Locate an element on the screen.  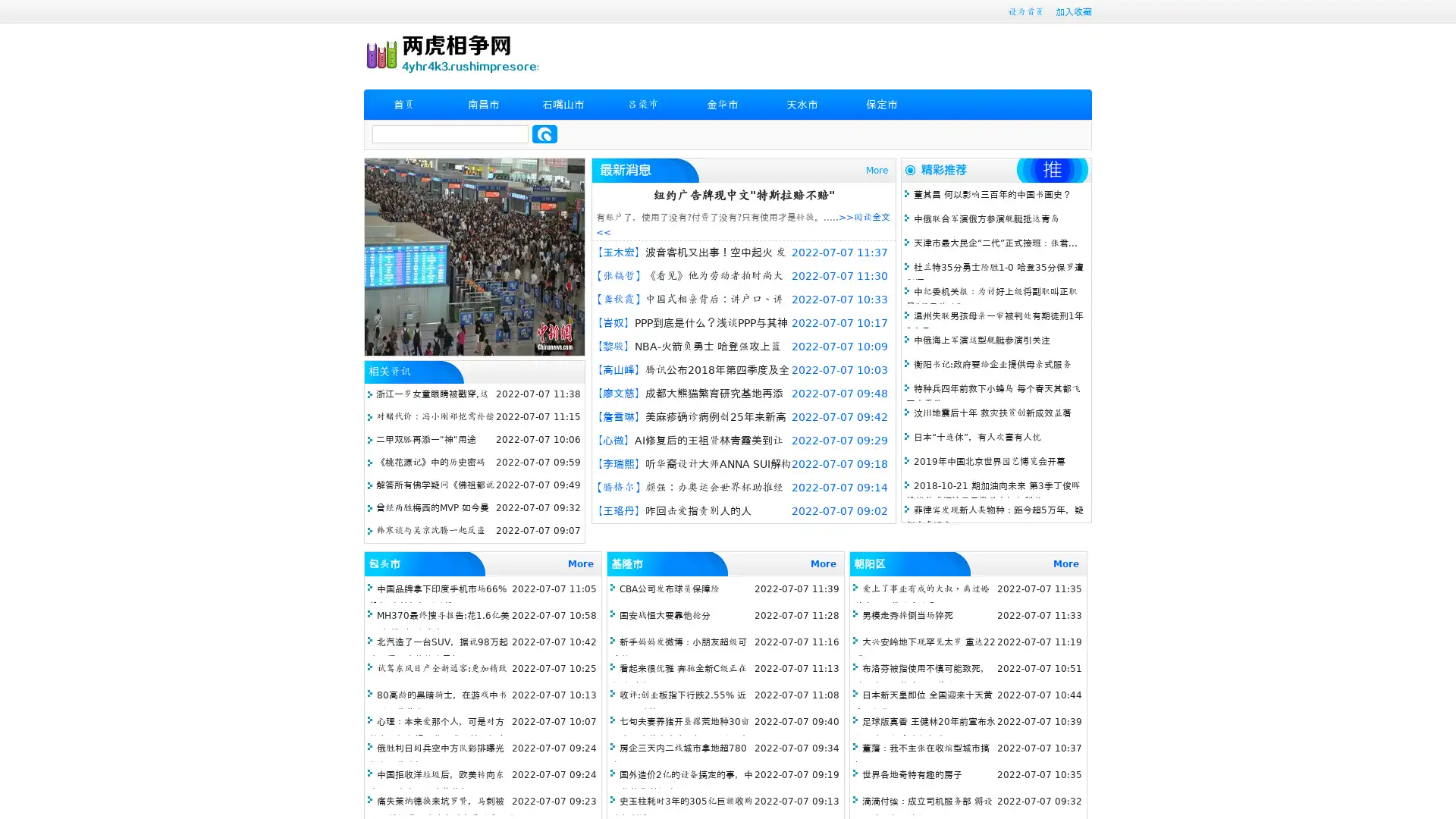
Search is located at coordinates (544, 133).